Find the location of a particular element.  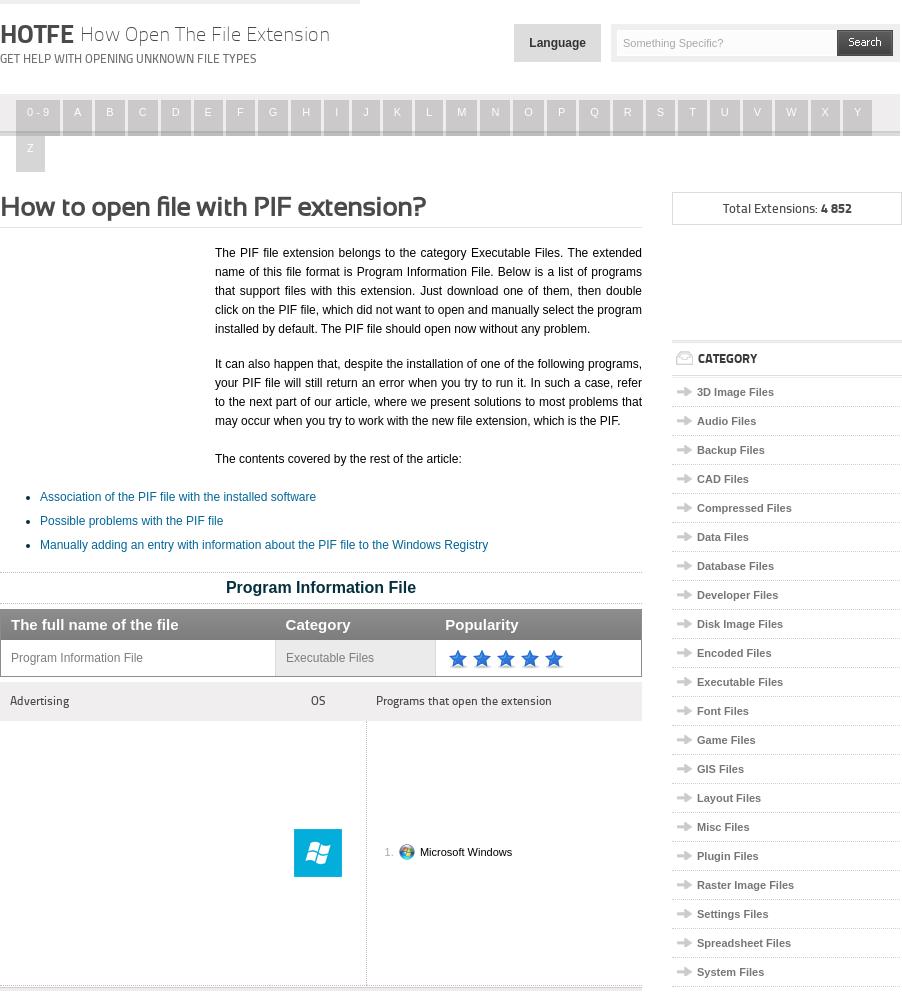

'X' is located at coordinates (823, 111).